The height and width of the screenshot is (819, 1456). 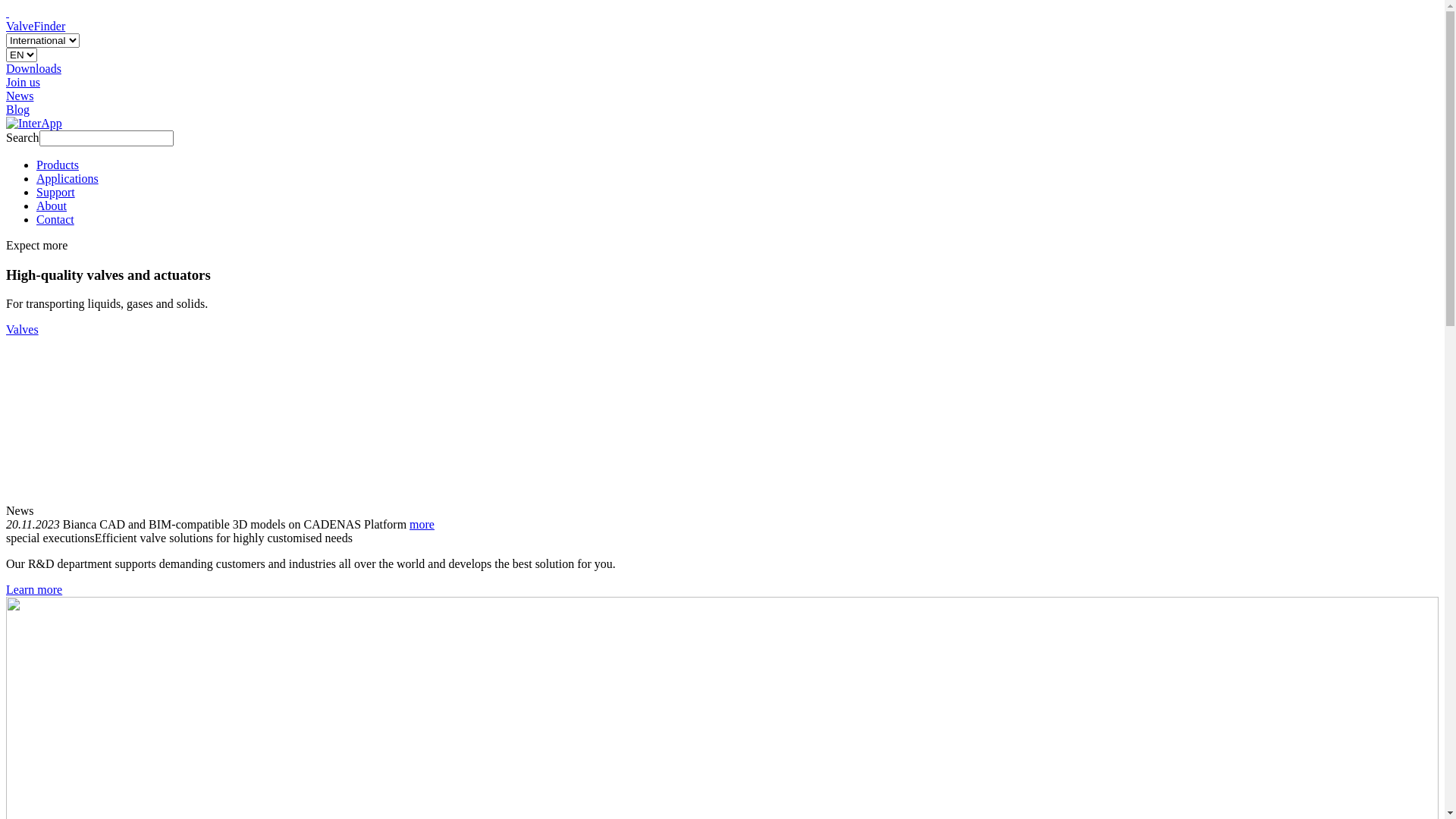 I want to click on 'ValveFinder', so click(x=6, y=26).